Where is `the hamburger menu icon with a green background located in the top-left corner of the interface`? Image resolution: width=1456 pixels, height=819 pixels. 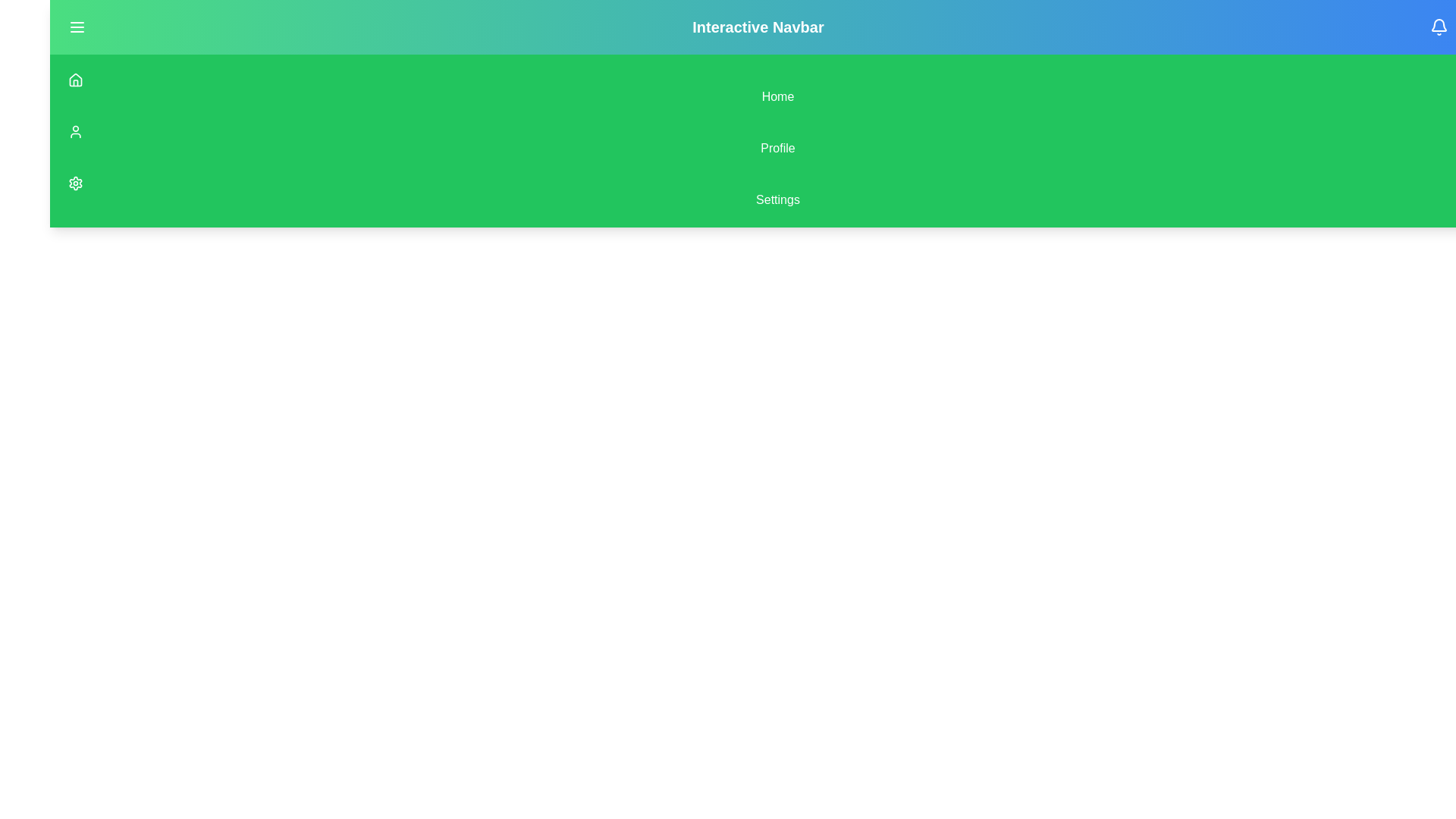 the hamburger menu icon with a green background located in the top-left corner of the interface is located at coordinates (76, 27).